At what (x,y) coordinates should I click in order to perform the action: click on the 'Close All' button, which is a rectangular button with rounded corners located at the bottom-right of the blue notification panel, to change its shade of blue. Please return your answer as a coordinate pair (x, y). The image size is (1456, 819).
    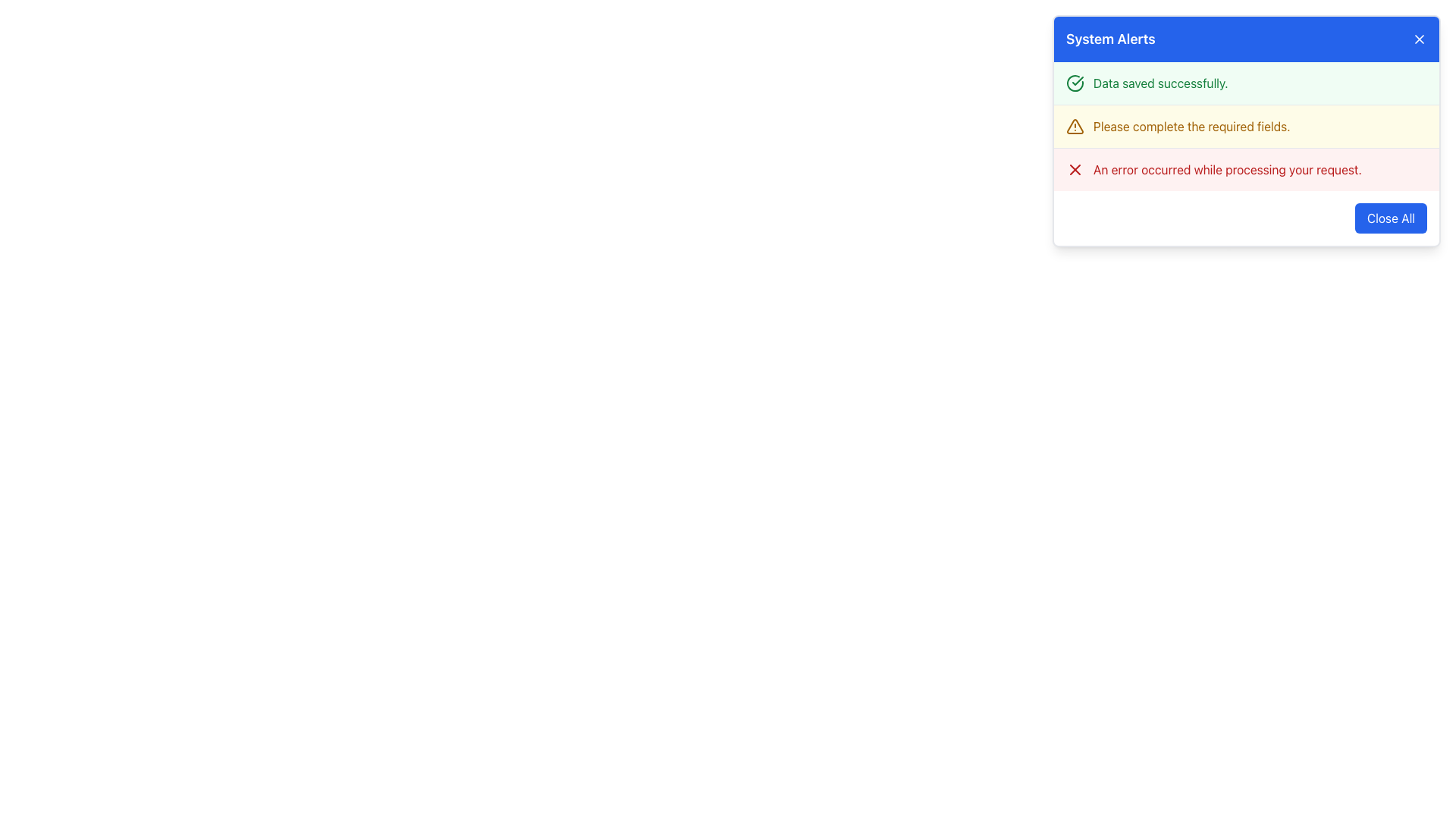
    Looking at the image, I should click on (1391, 218).